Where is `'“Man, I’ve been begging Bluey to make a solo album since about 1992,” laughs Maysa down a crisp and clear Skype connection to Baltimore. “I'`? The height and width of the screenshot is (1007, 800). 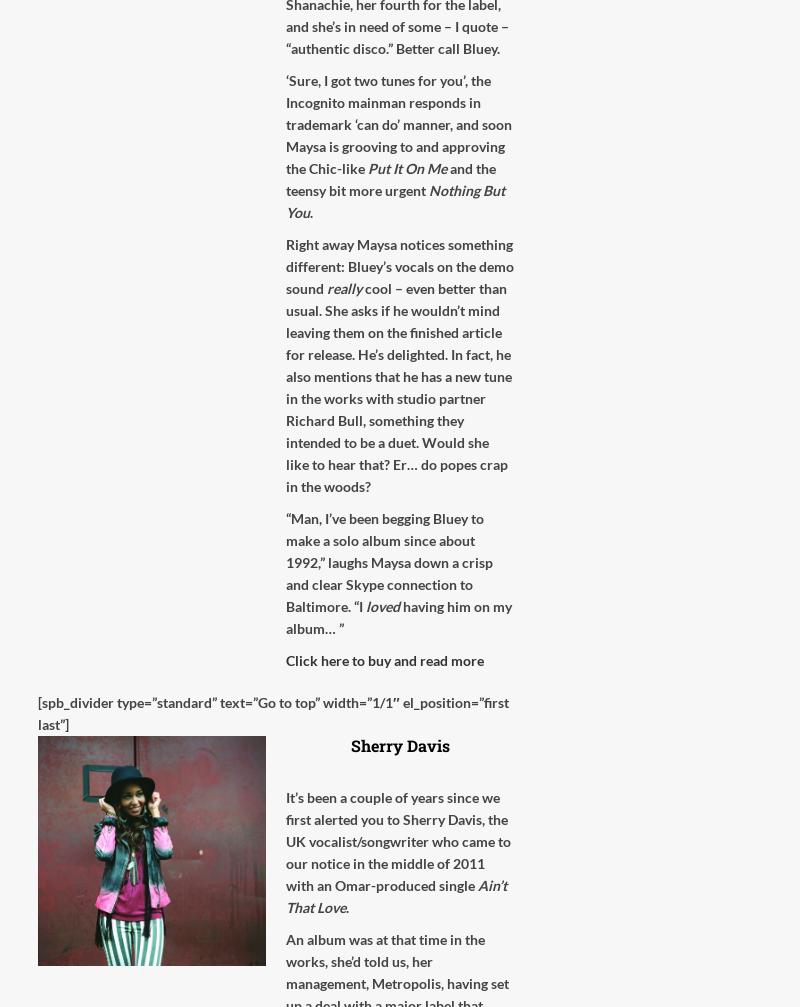
'“Man, I’ve been begging Bluey to make a solo album since about 1992,” laughs Maysa down a crisp and clear Skype connection to Baltimore. “I' is located at coordinates (388, 561).